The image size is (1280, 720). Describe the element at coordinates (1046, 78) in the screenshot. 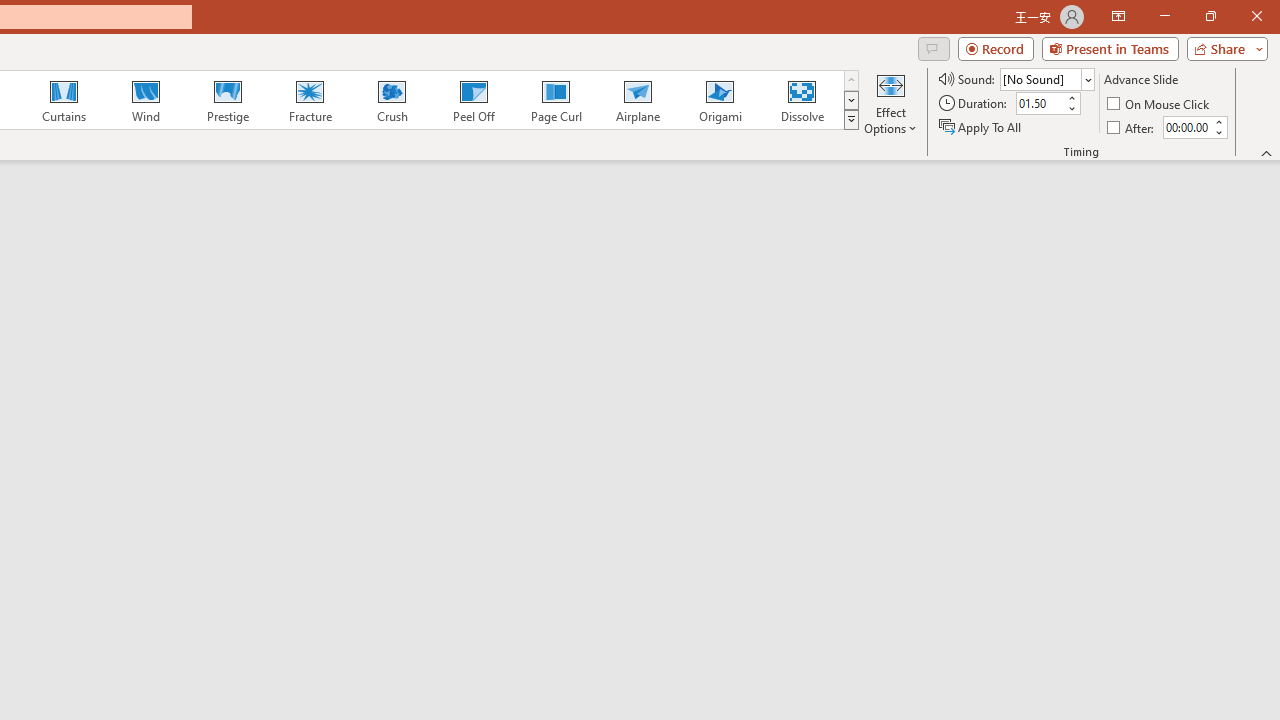

I see `'Sound'` at that location.